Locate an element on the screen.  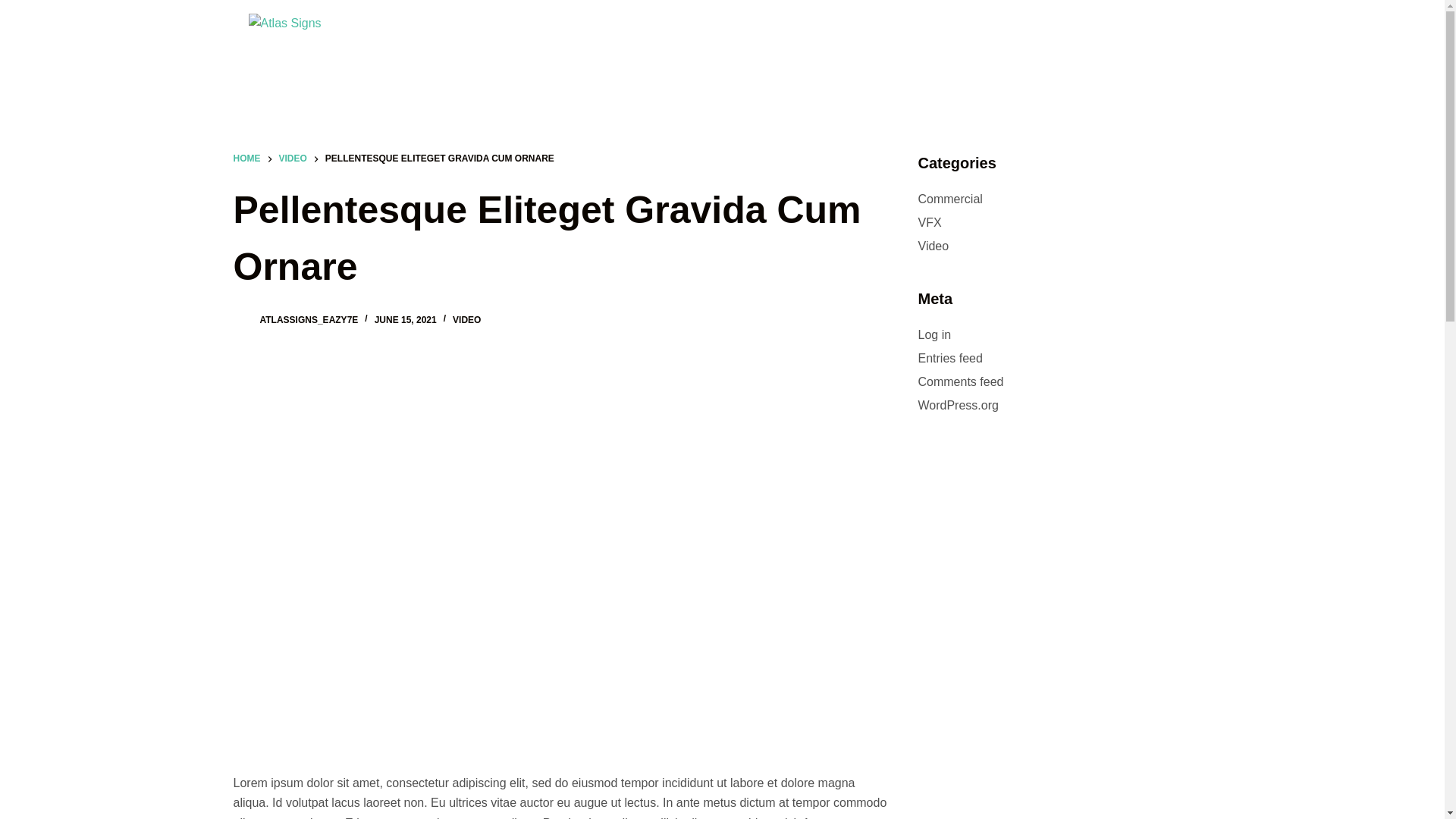
'VIDEO' is located at coordinates (451, 318).